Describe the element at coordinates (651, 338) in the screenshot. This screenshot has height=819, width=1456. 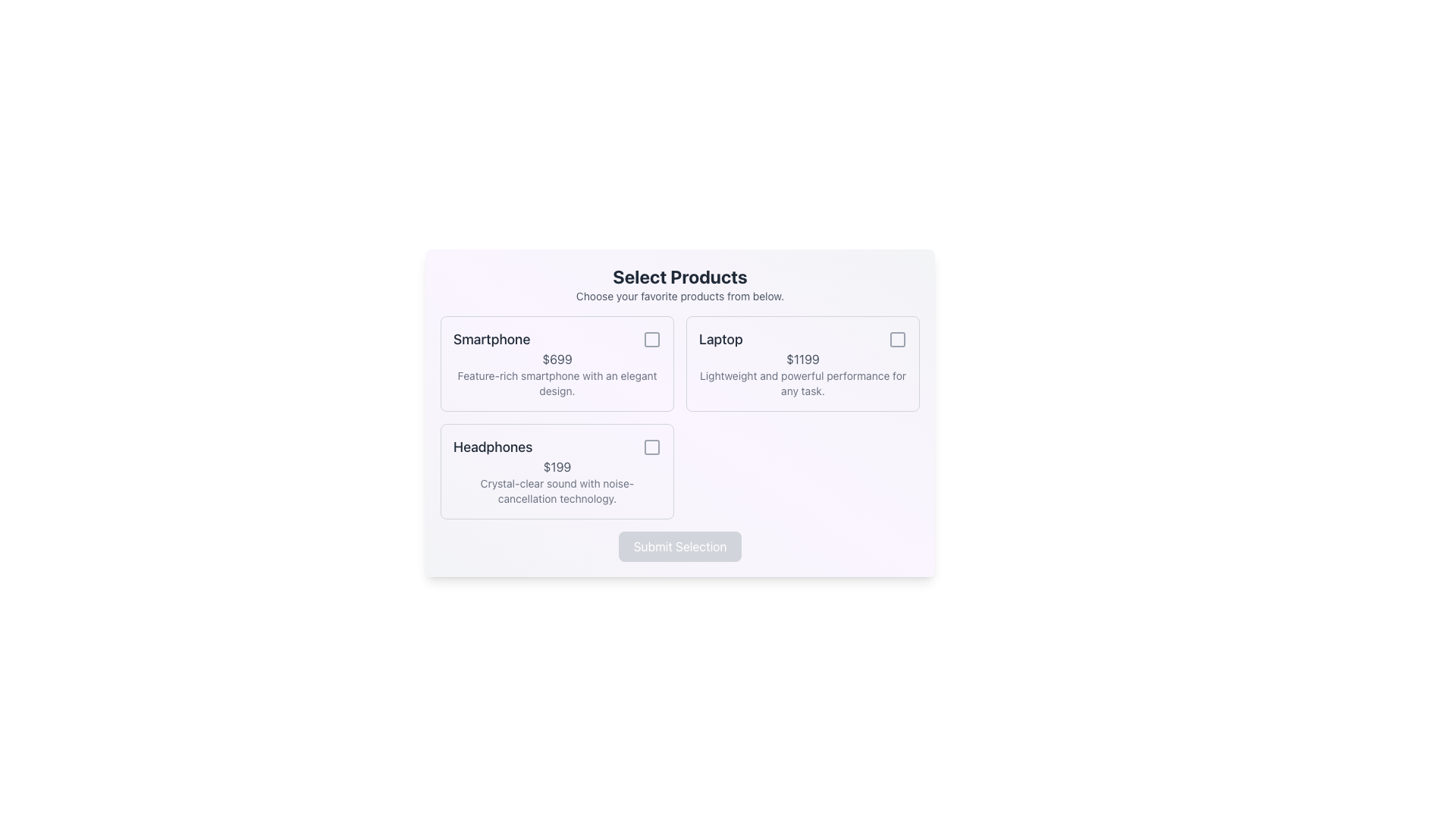
I see `the interactive checkbox for the 'Smartphone' product, which is the lone square icon located to the right of the 'Smartphone' label within its card grouping` at that location.